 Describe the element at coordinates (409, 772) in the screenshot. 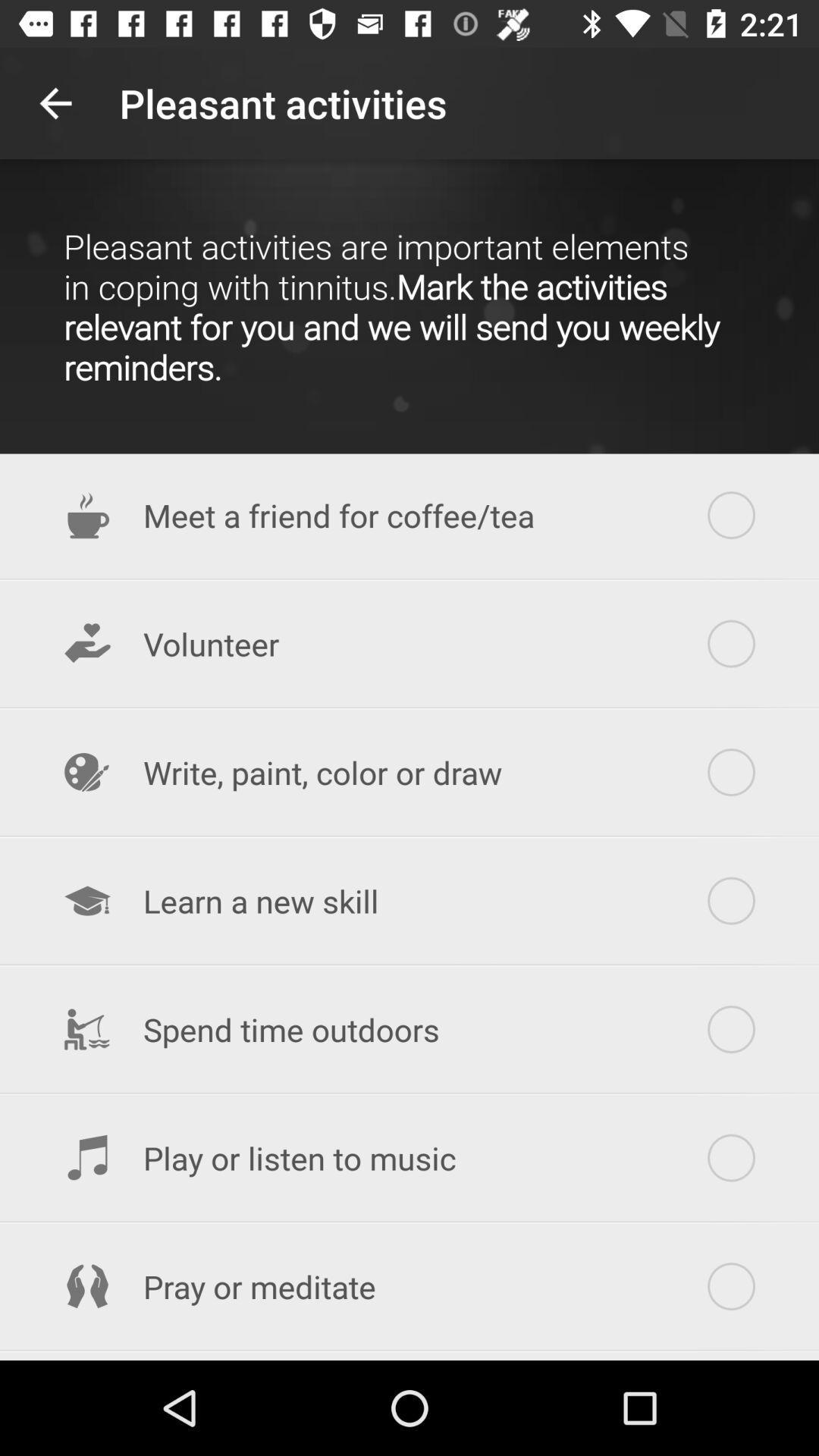

I see `the write paint color item` at that location.